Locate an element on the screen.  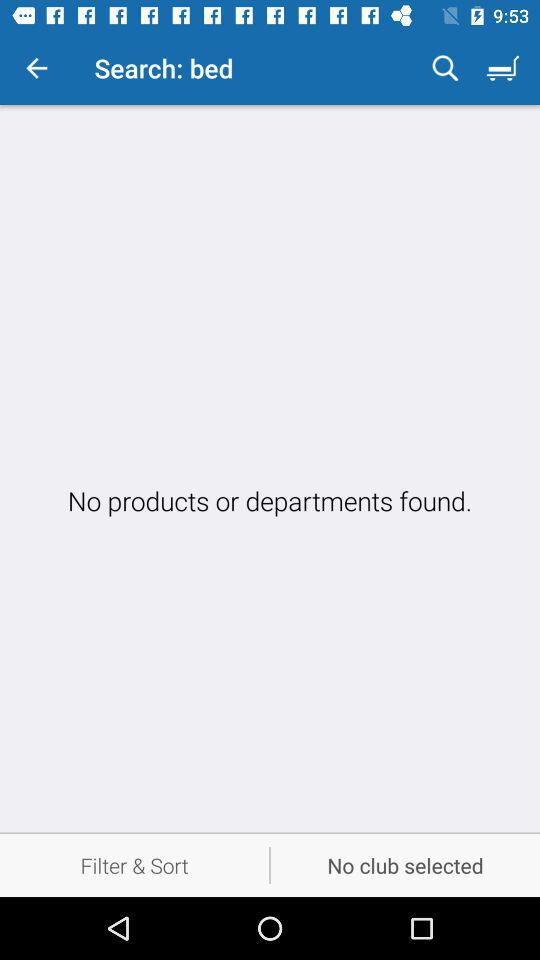
the icon next to the search: bed icon is located at coordinates (445, 68).